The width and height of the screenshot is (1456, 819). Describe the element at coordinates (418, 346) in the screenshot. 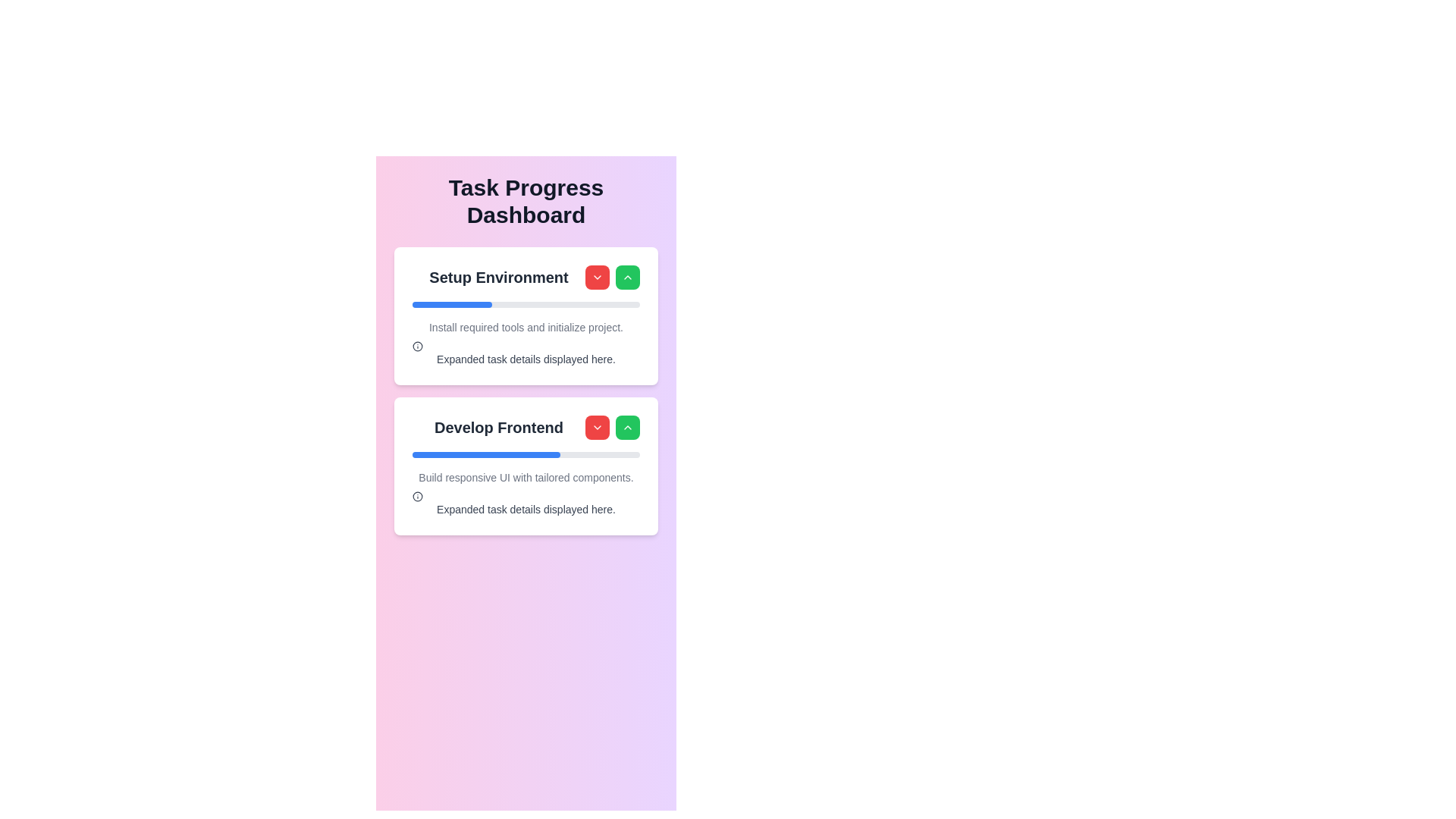

I see `the icon located to the left of the text 'Expanded task details displayed here.' in the 'Setup Environment' section` at that location.